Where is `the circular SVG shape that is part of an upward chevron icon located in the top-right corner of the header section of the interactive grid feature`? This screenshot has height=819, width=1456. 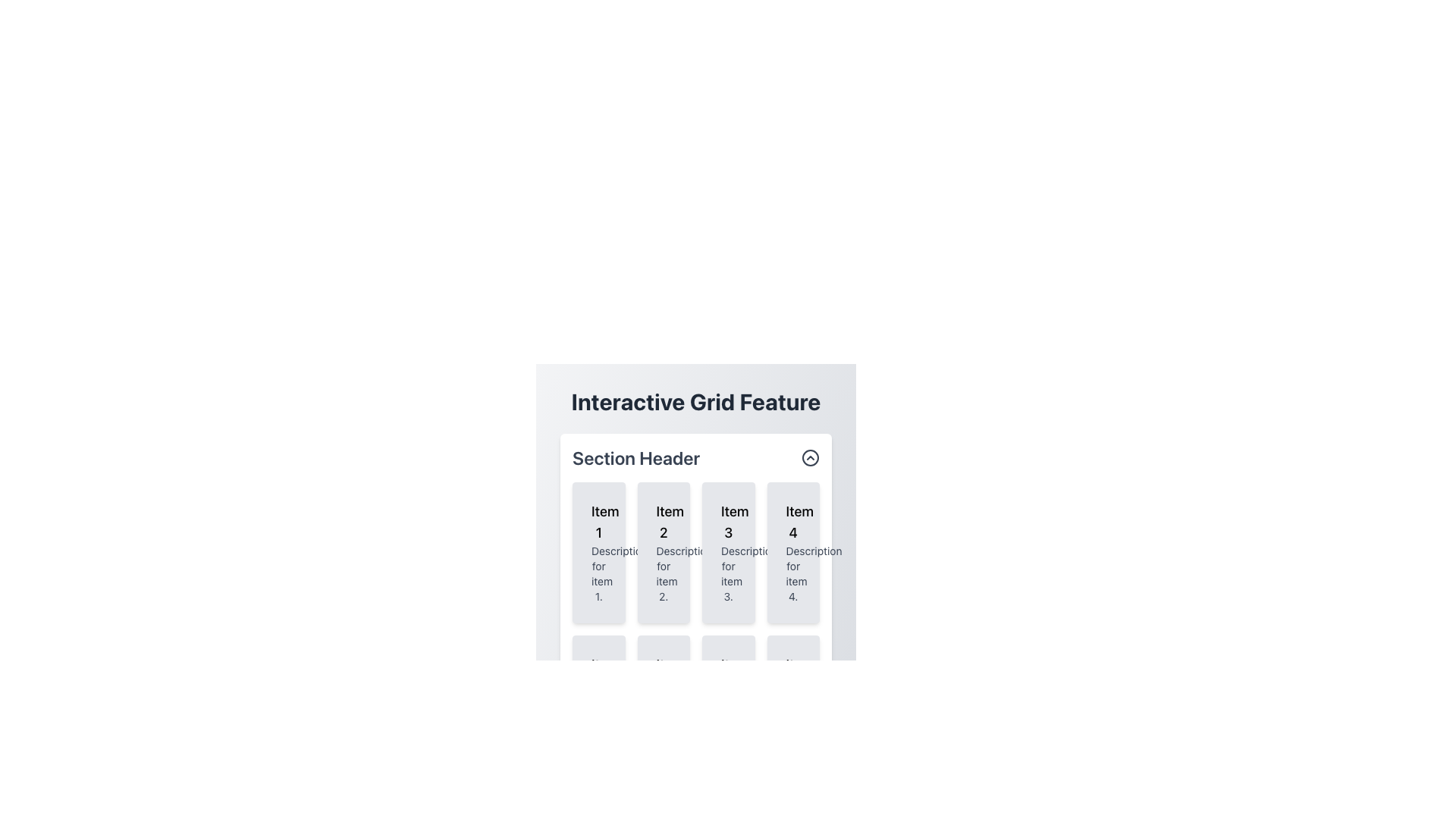
the circular SVG shape that is part of an upward chevron icon located in the top-right corner of the header section of the interactive grid feature is located at coordinates (810, 457).